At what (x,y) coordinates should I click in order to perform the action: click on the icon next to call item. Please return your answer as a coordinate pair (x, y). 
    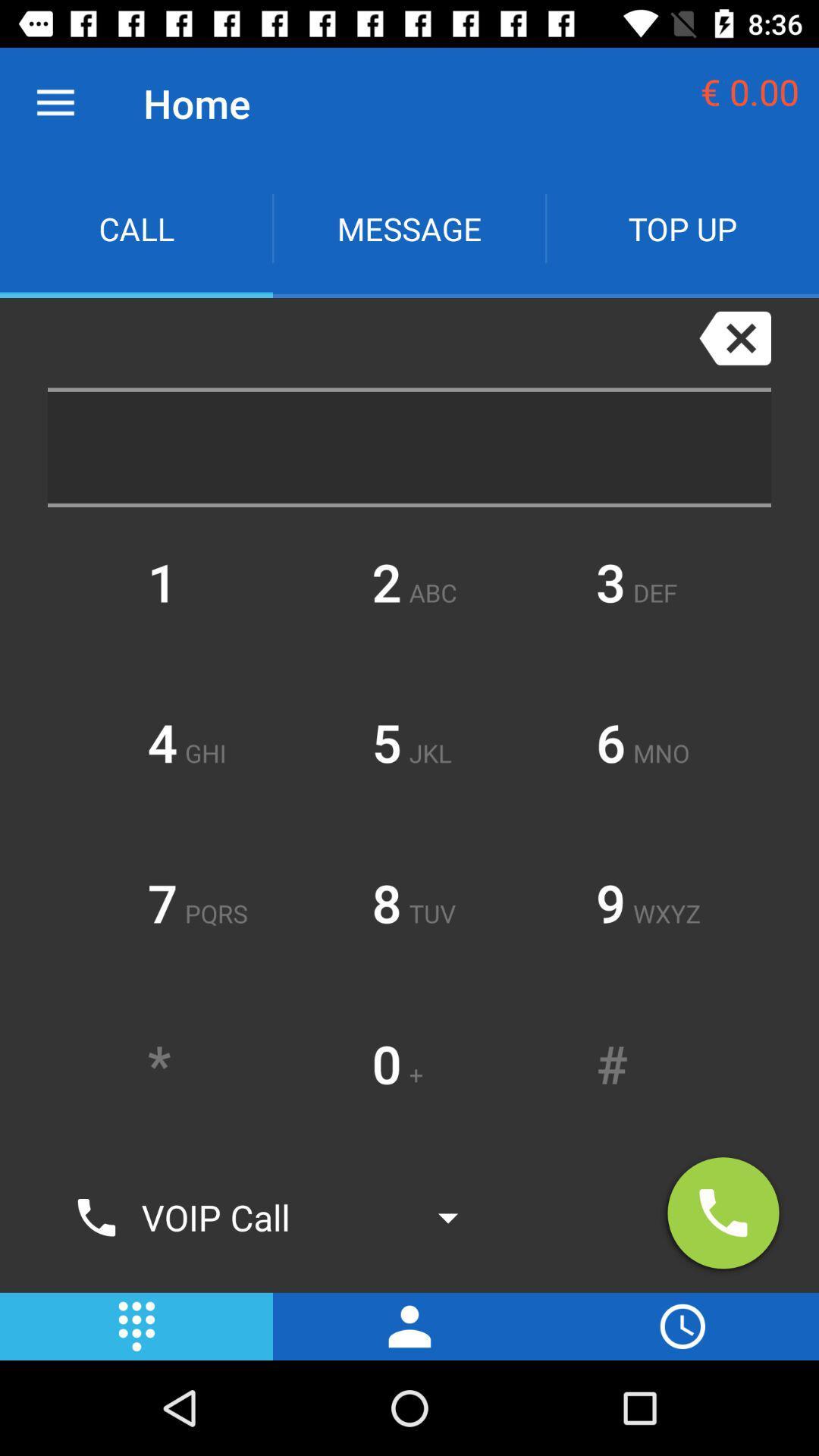
    Looking at the image, I should click on (409, 227).